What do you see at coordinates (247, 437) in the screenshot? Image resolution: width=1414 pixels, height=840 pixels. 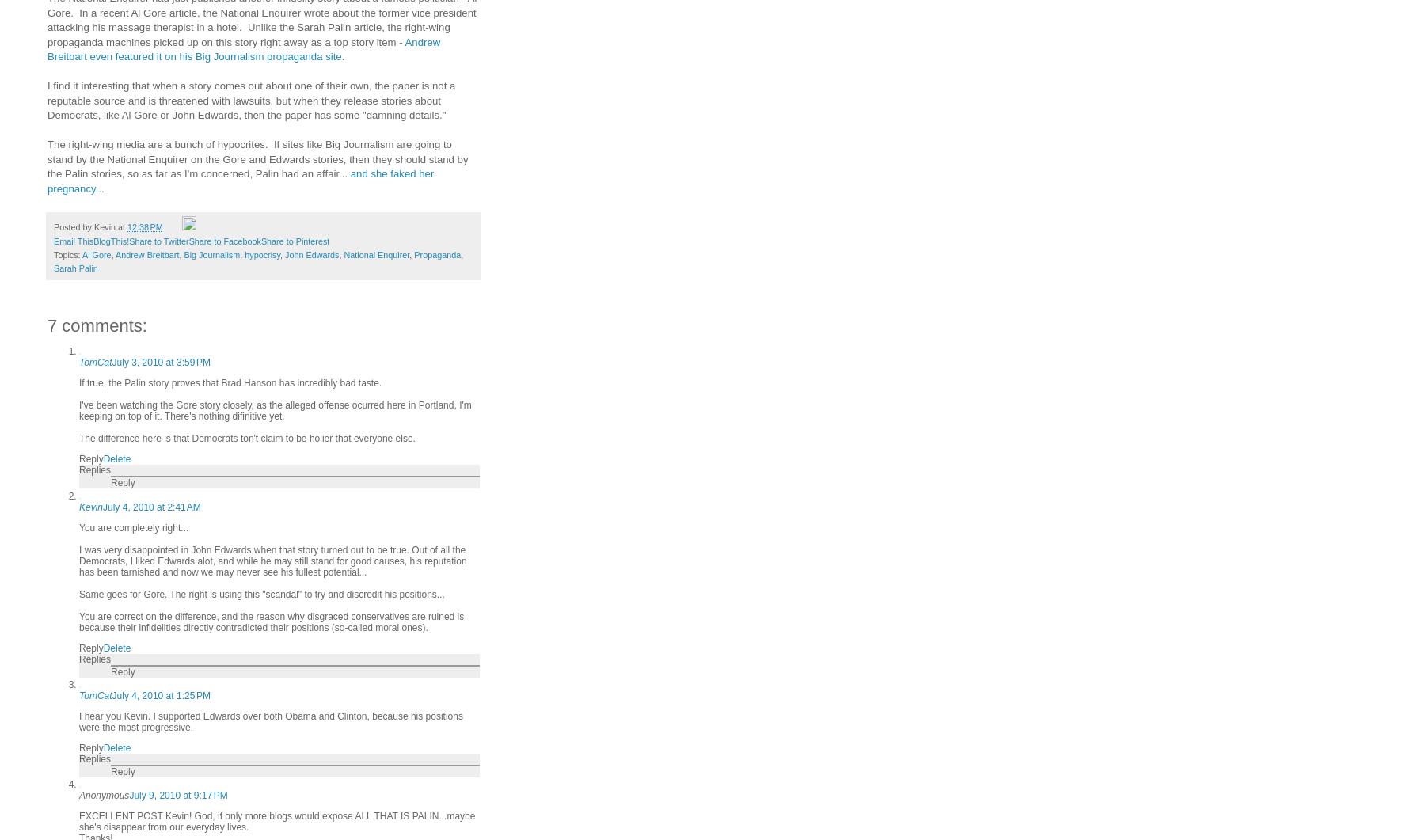 I see `'The difference here is that Democrats ton't claim to be holier that everyone else.'` at bounding box center [247, 437].